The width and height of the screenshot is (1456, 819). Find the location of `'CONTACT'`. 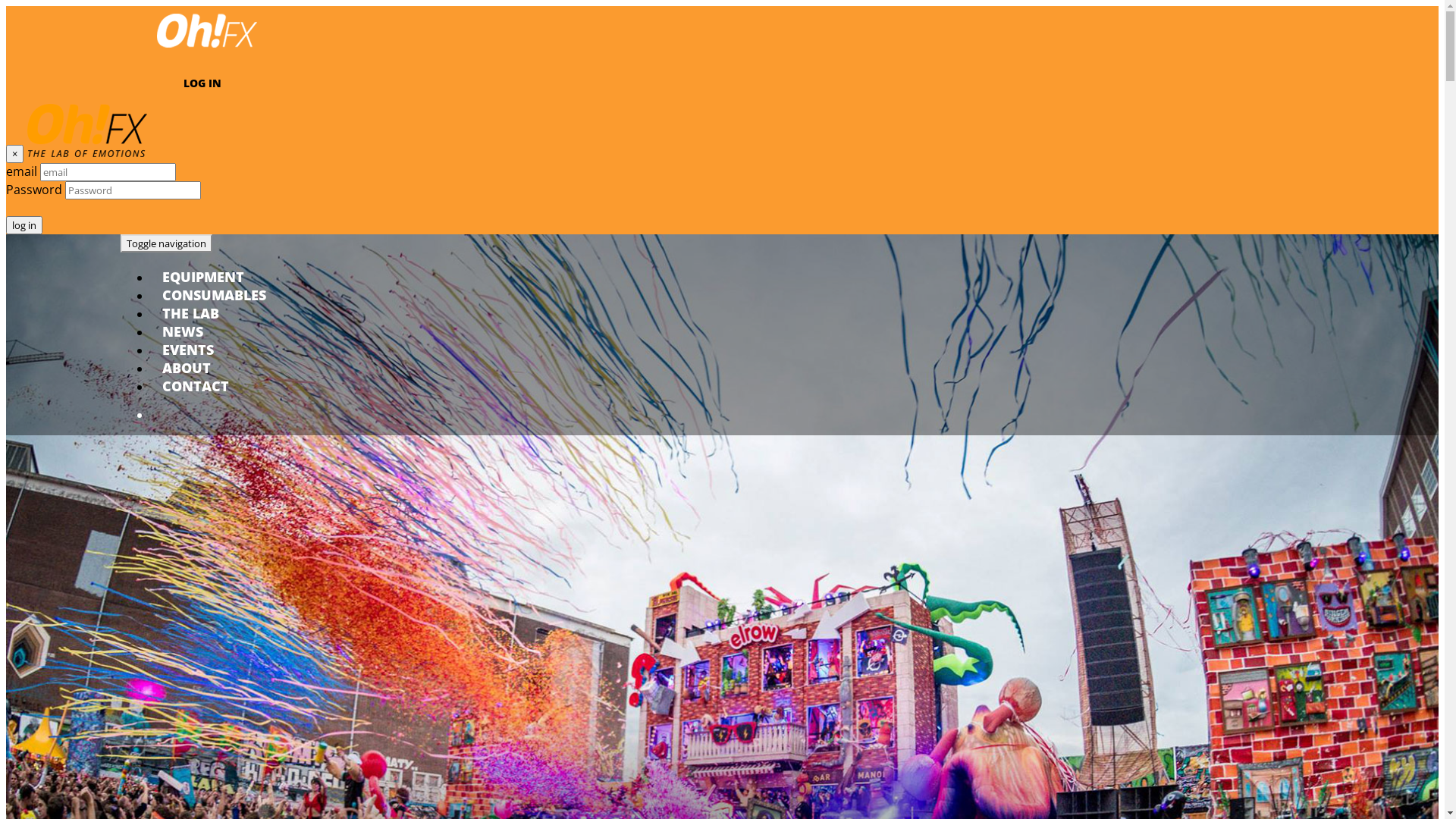

'CONTACT' is located at coordinates (195, 385).